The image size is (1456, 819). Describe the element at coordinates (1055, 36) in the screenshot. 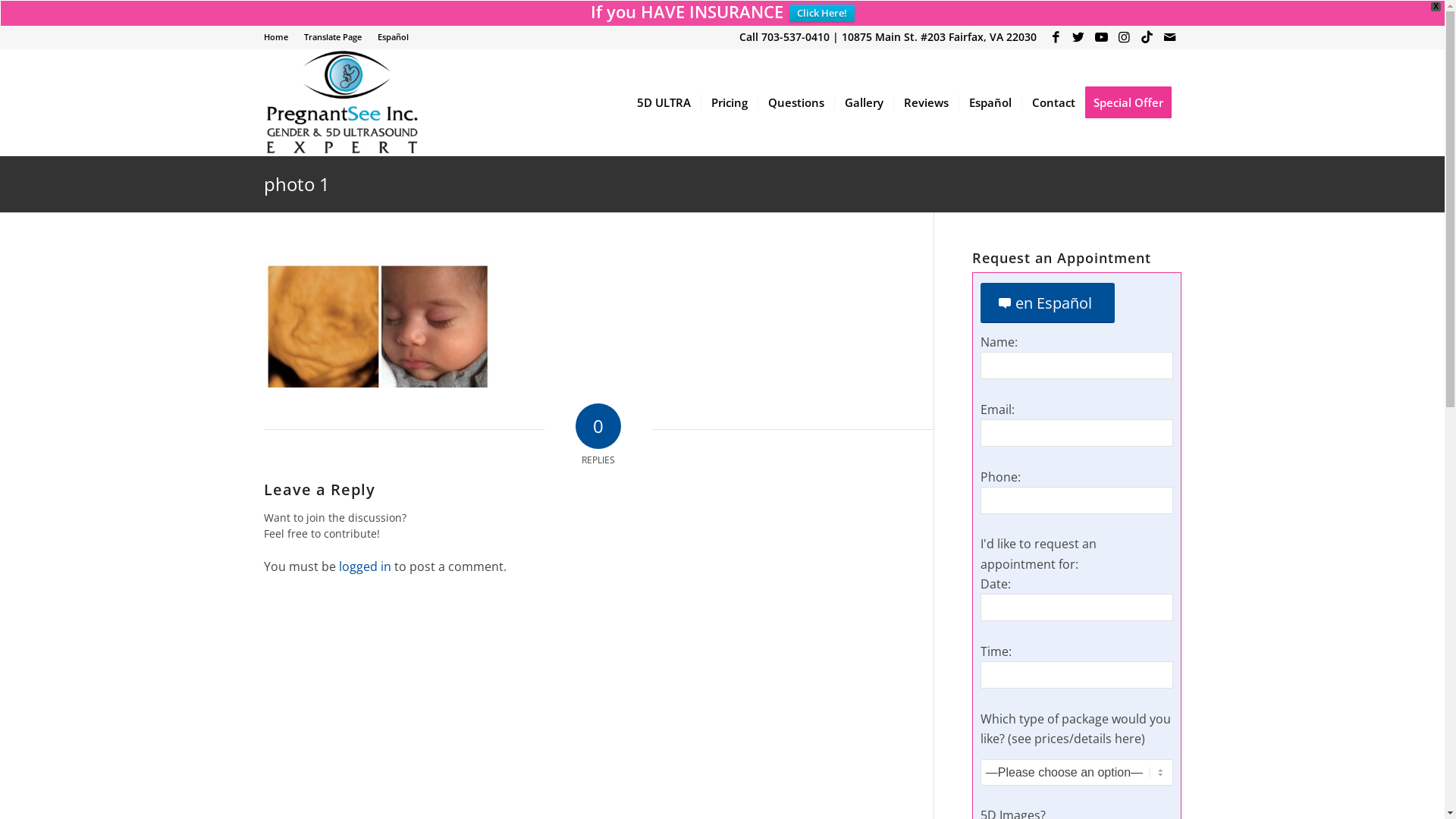

I see `'Facebook'` at that location.